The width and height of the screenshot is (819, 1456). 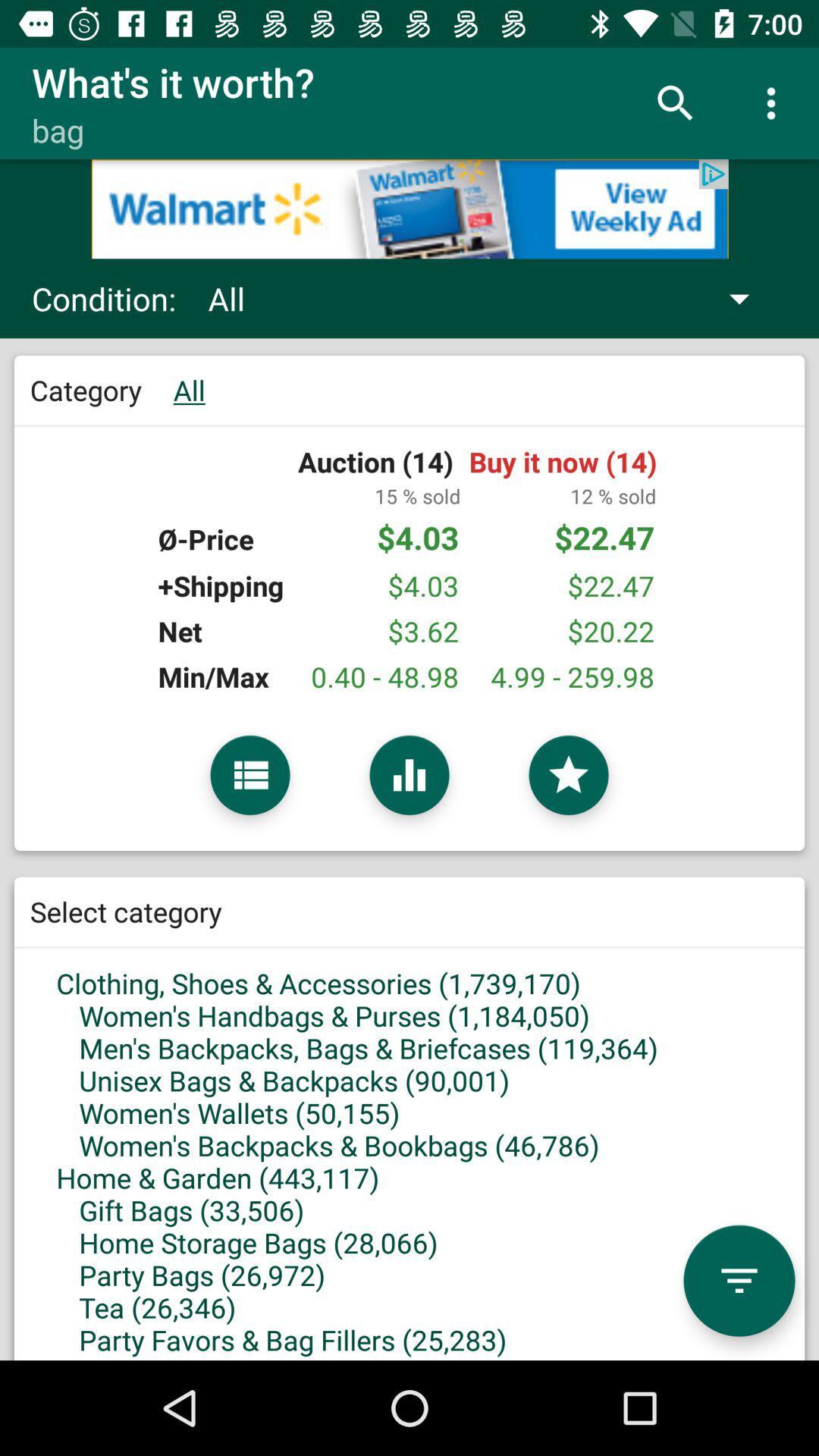 I want to click on the category all box, so click(x=409, y=602).